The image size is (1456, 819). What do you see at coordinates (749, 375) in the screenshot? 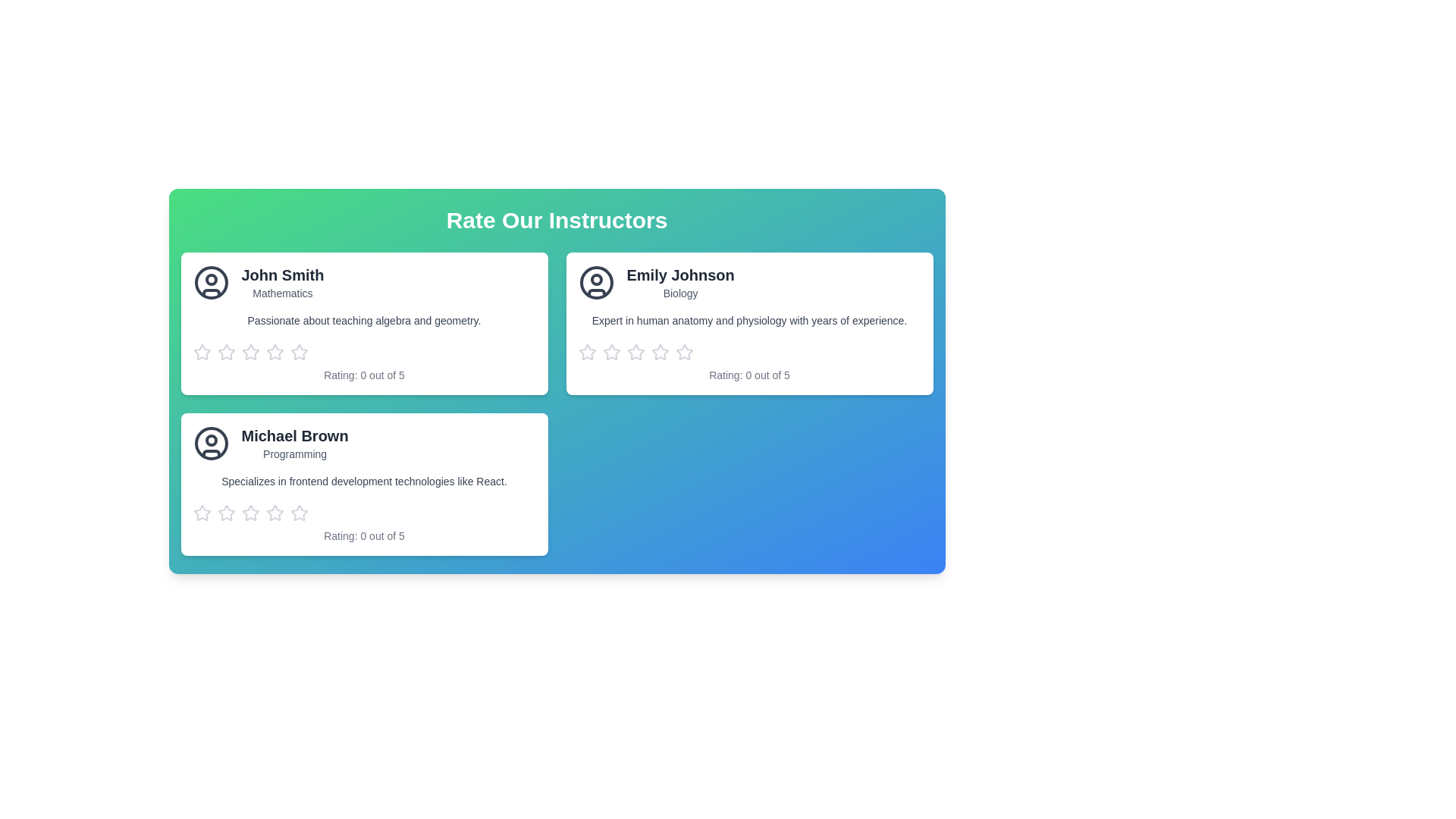
I see `the text label displaying 'Rating: 0 out of 5' located beneath the star rating icons in Emily Johnson's profile card` at bounding box center [749, 375].